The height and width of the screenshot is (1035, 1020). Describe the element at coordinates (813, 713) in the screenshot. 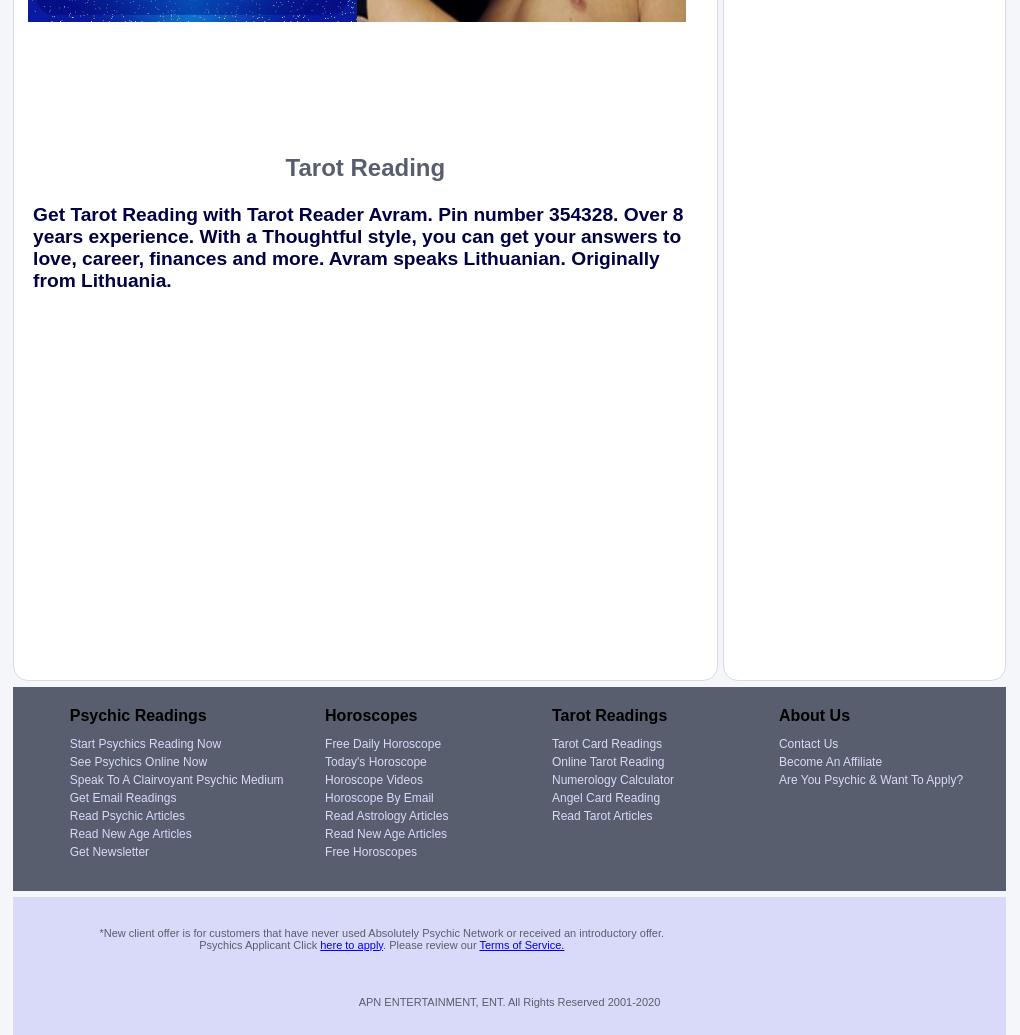

I see `'About Us'` at that location.